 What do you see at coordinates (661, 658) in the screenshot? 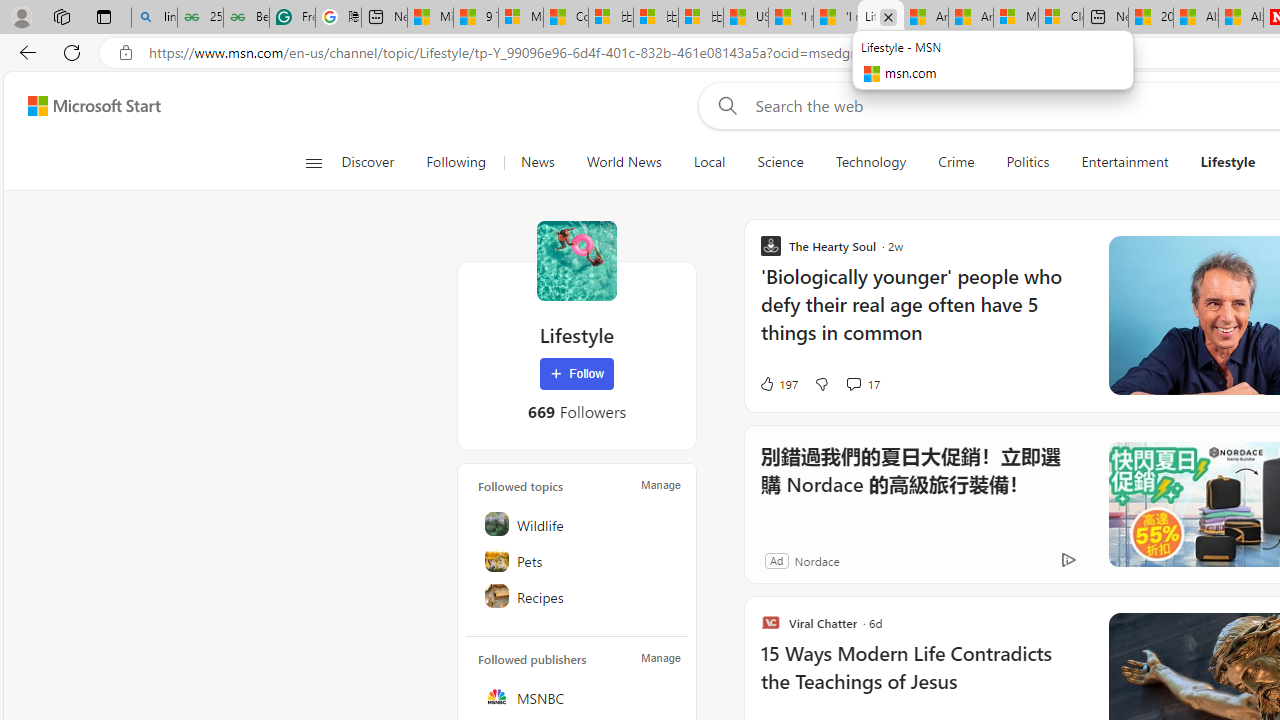
I see `'Manage'` at bounding box center [661, 658].